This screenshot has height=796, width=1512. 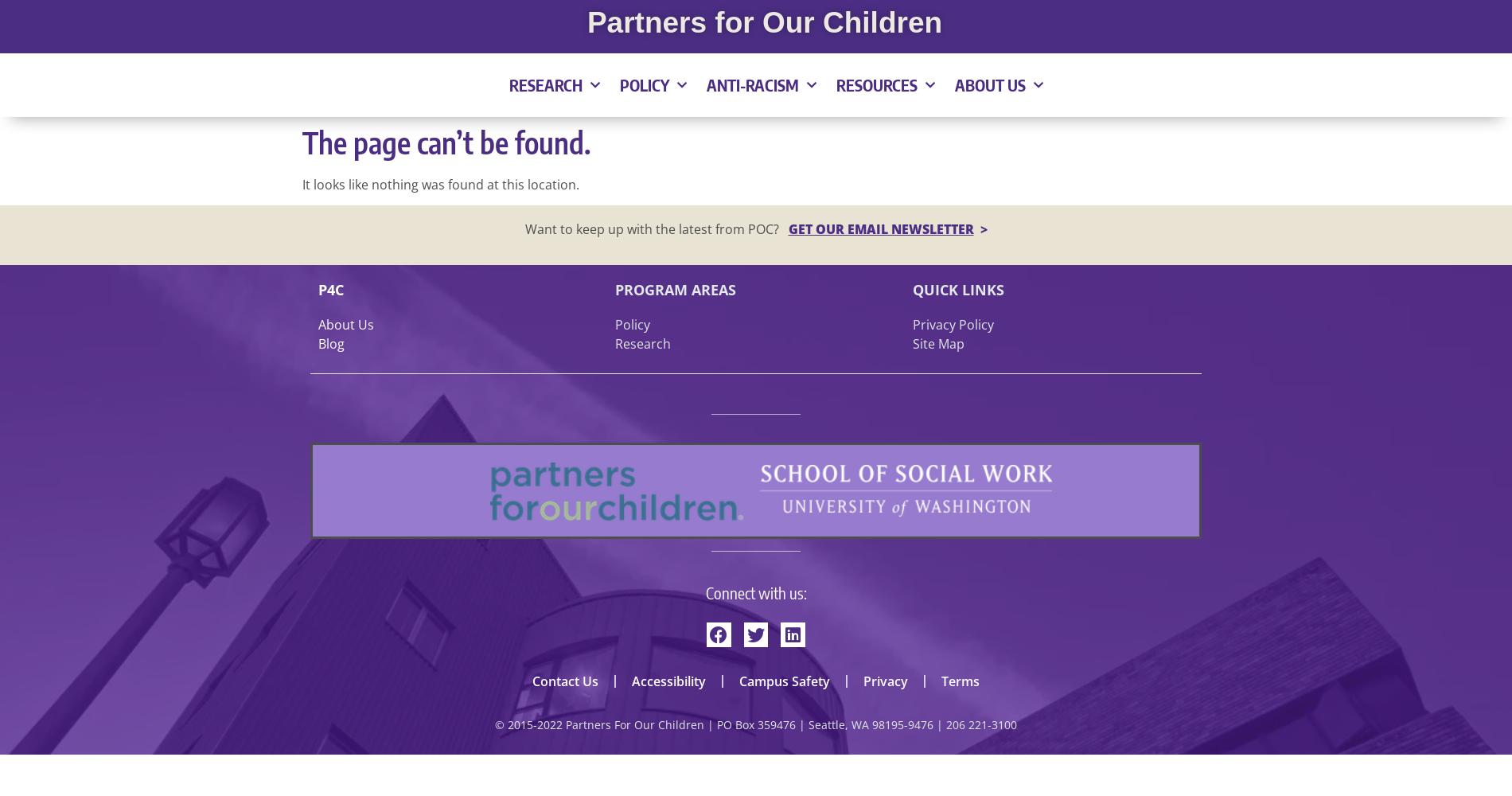 What do you see at coordinates (653, 229) in the screenshot?
I see `'Want to keep up with the latest from POC?'` at bounding box center [653, 229].